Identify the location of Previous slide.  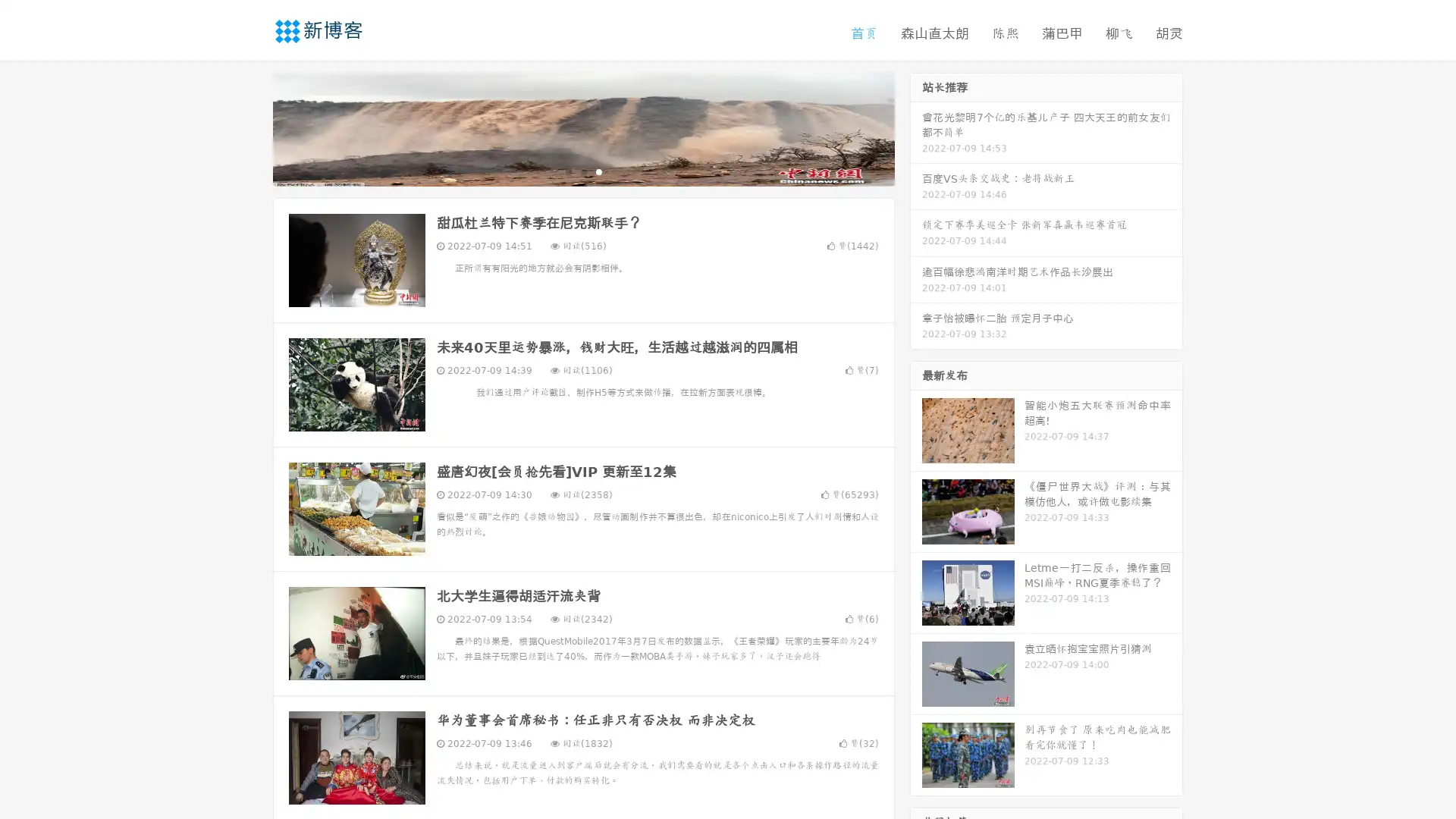
(250, 127).